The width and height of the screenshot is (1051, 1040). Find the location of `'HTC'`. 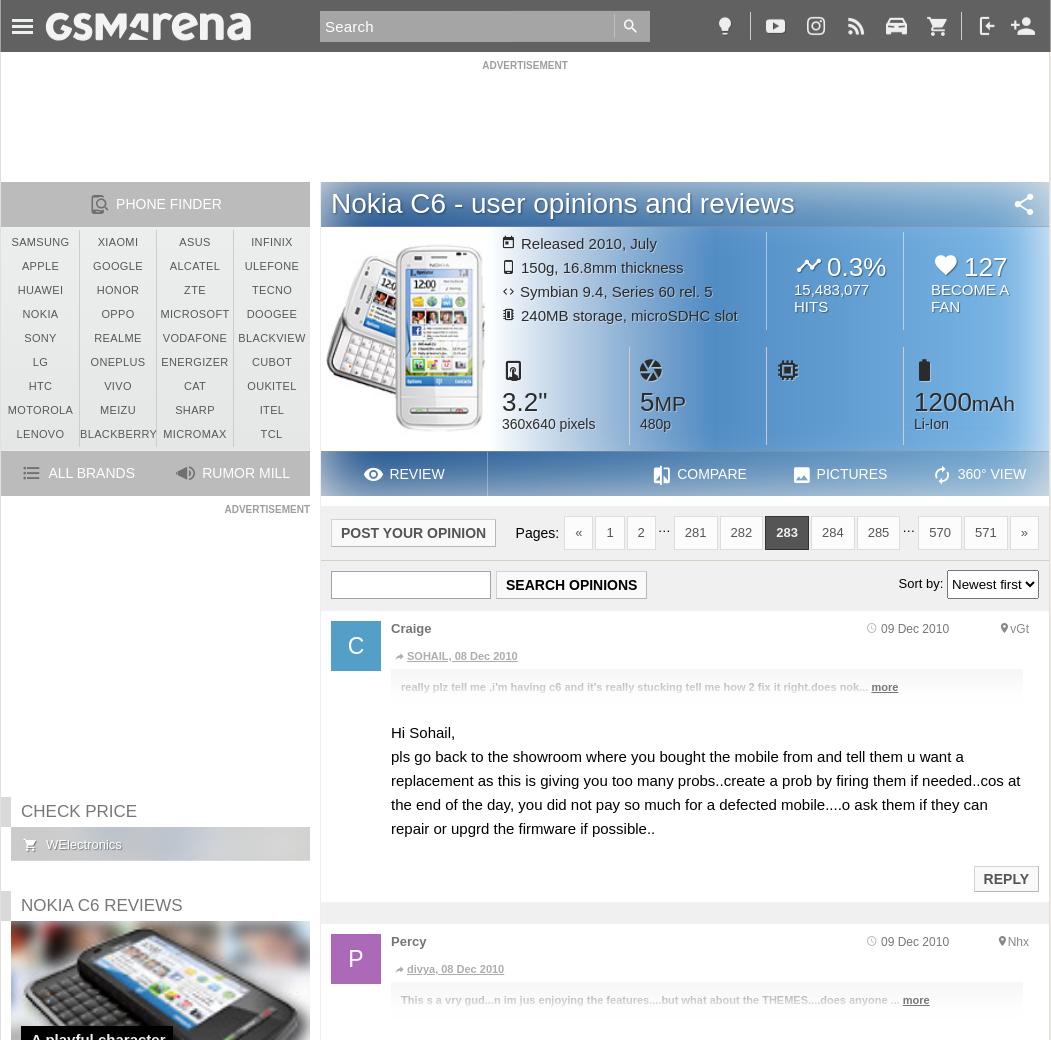

'HTC' is located at coordinates (27, 385).